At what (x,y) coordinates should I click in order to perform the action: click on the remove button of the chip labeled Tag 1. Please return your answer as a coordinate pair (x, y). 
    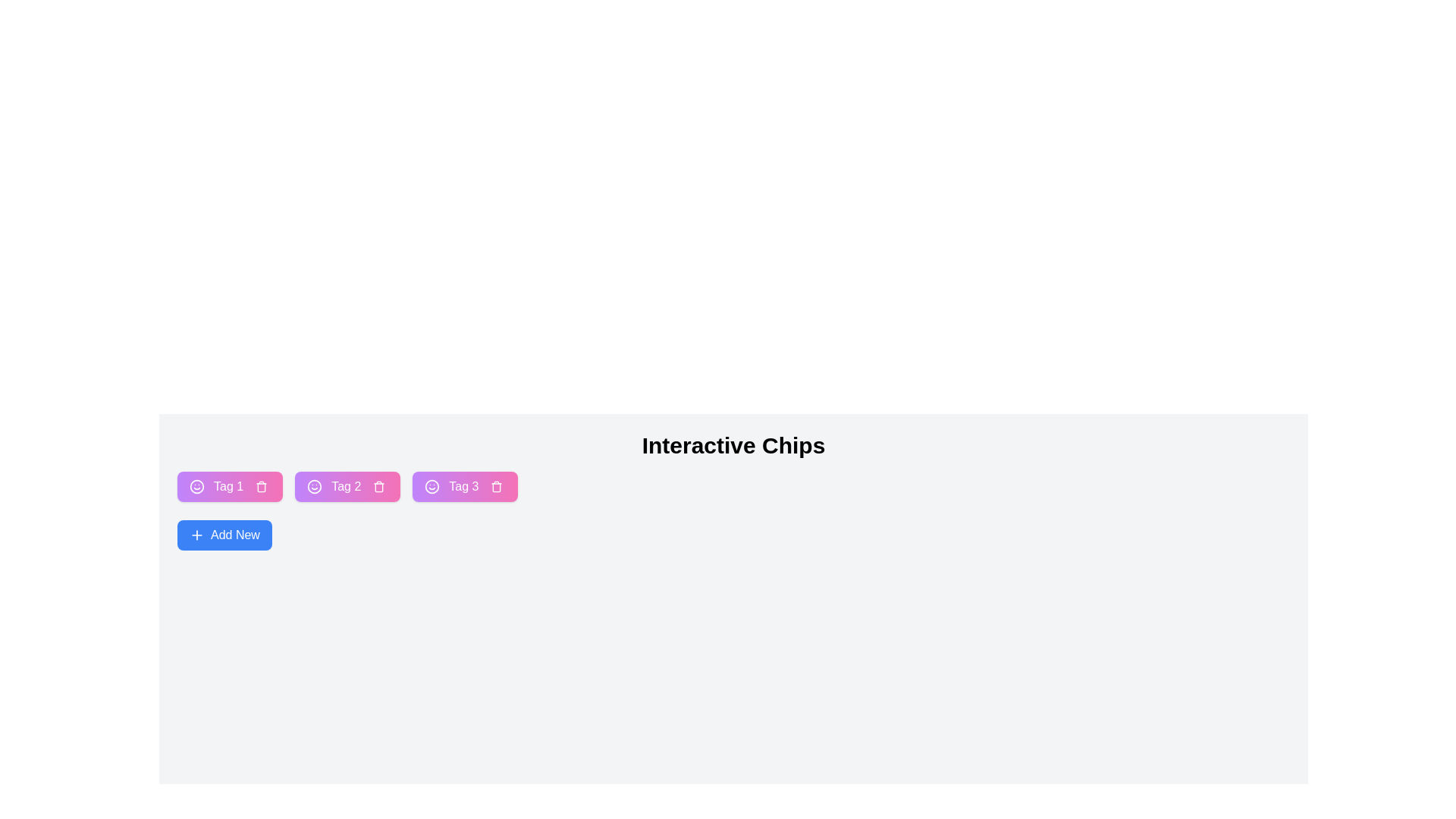
    Looking at the image, I should click on (262, 486).